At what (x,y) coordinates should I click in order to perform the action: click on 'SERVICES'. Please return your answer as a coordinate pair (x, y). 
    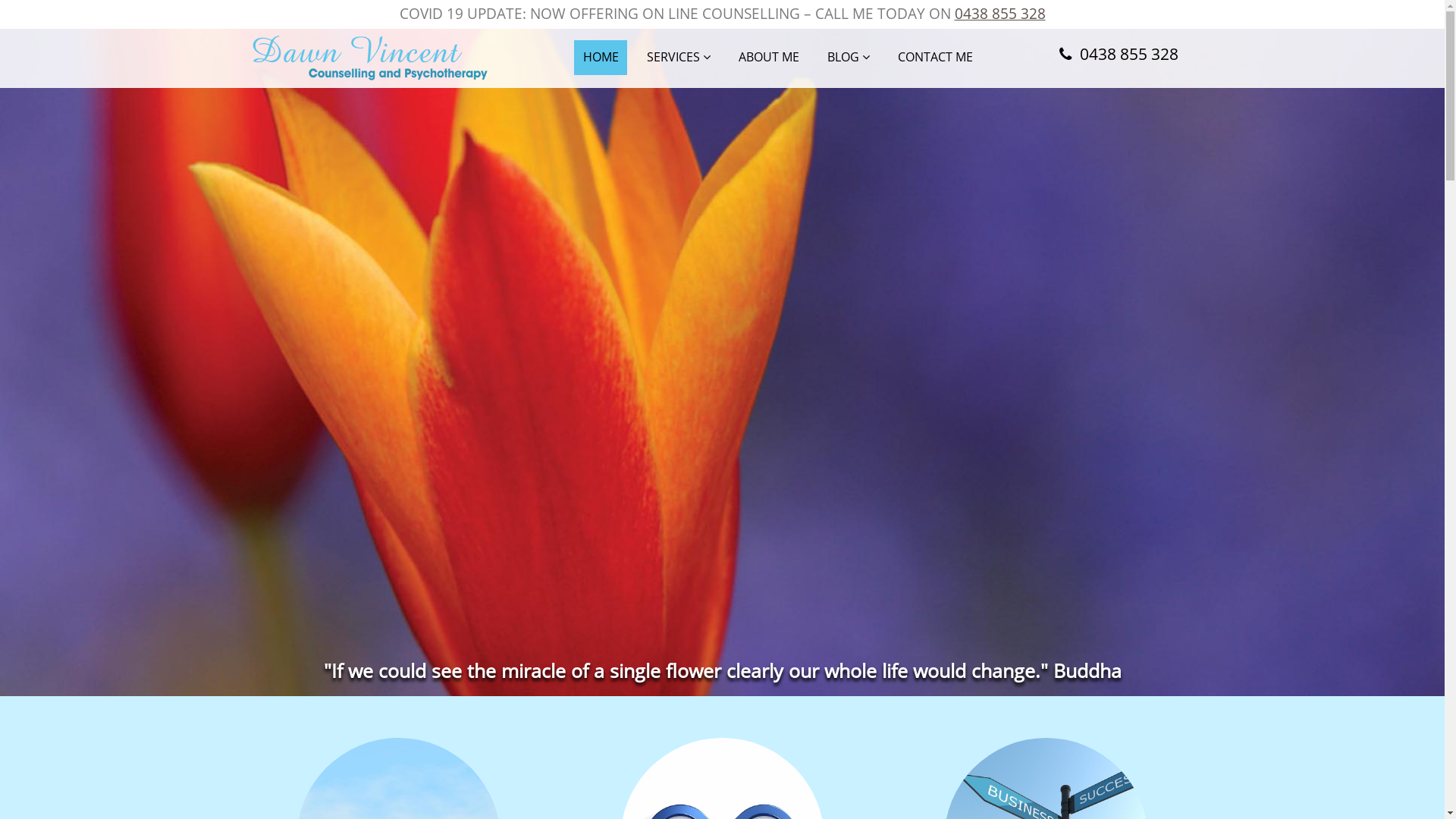
    Looking at the image, I should click on (637, 57).